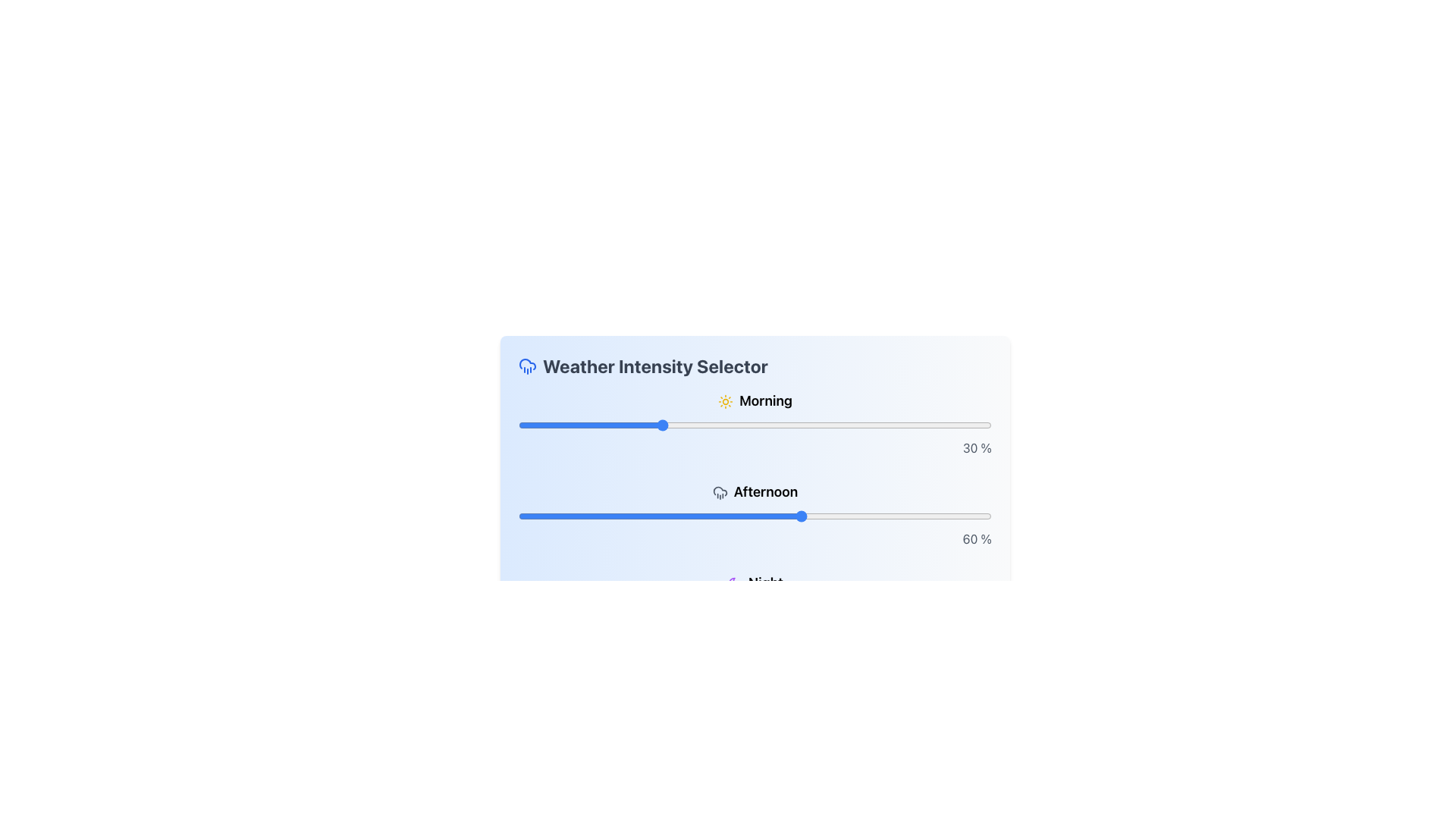 Image resolution: width=1456 pixels, height=819 pixels. What do you see at coordinates (551, 425) in the screenshot?
I see `the morning weather intensity` at bounding box center [551, 425].